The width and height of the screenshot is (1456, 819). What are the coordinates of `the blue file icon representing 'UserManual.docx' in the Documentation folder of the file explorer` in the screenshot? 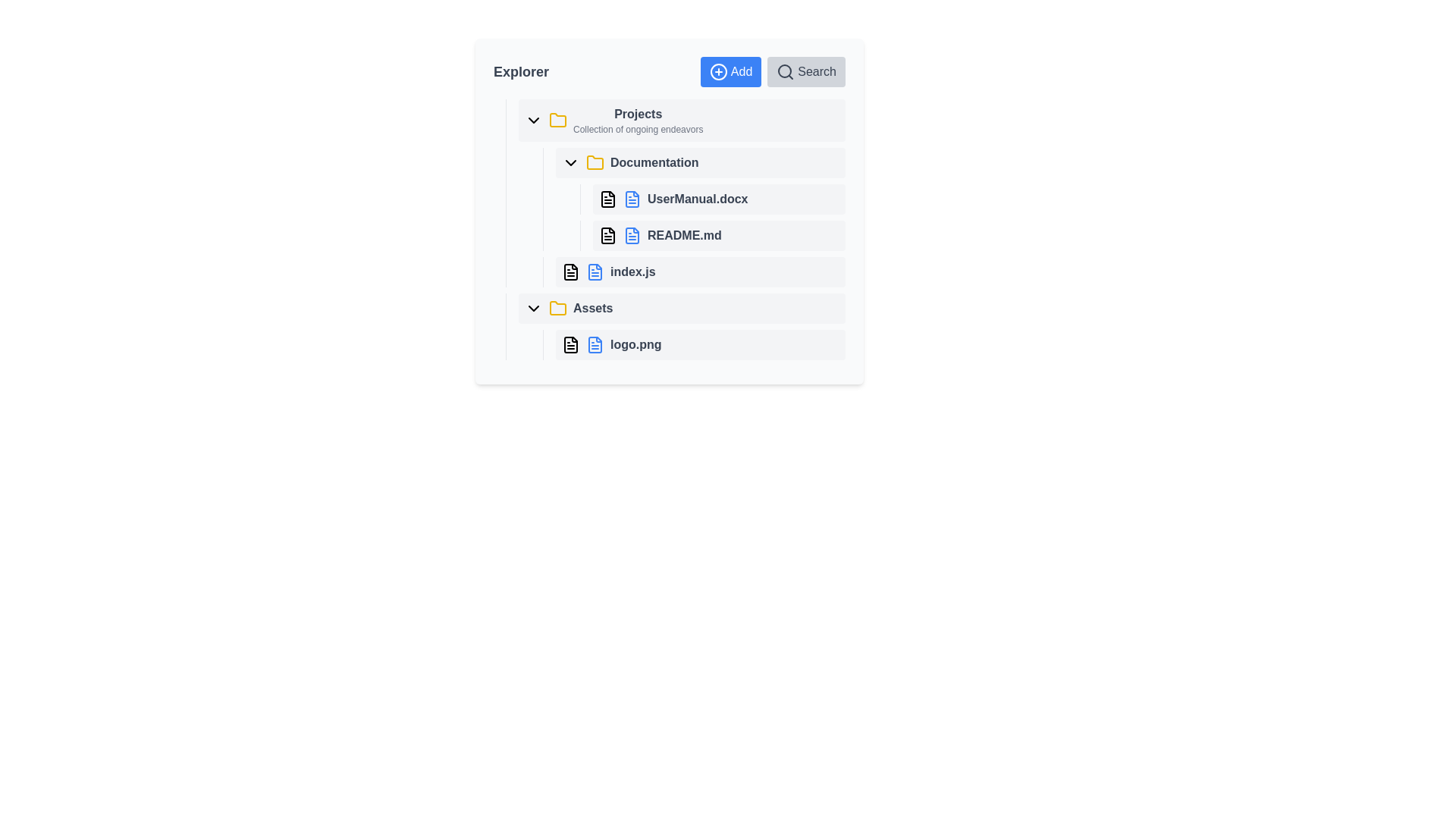 It's located at (632, 198).